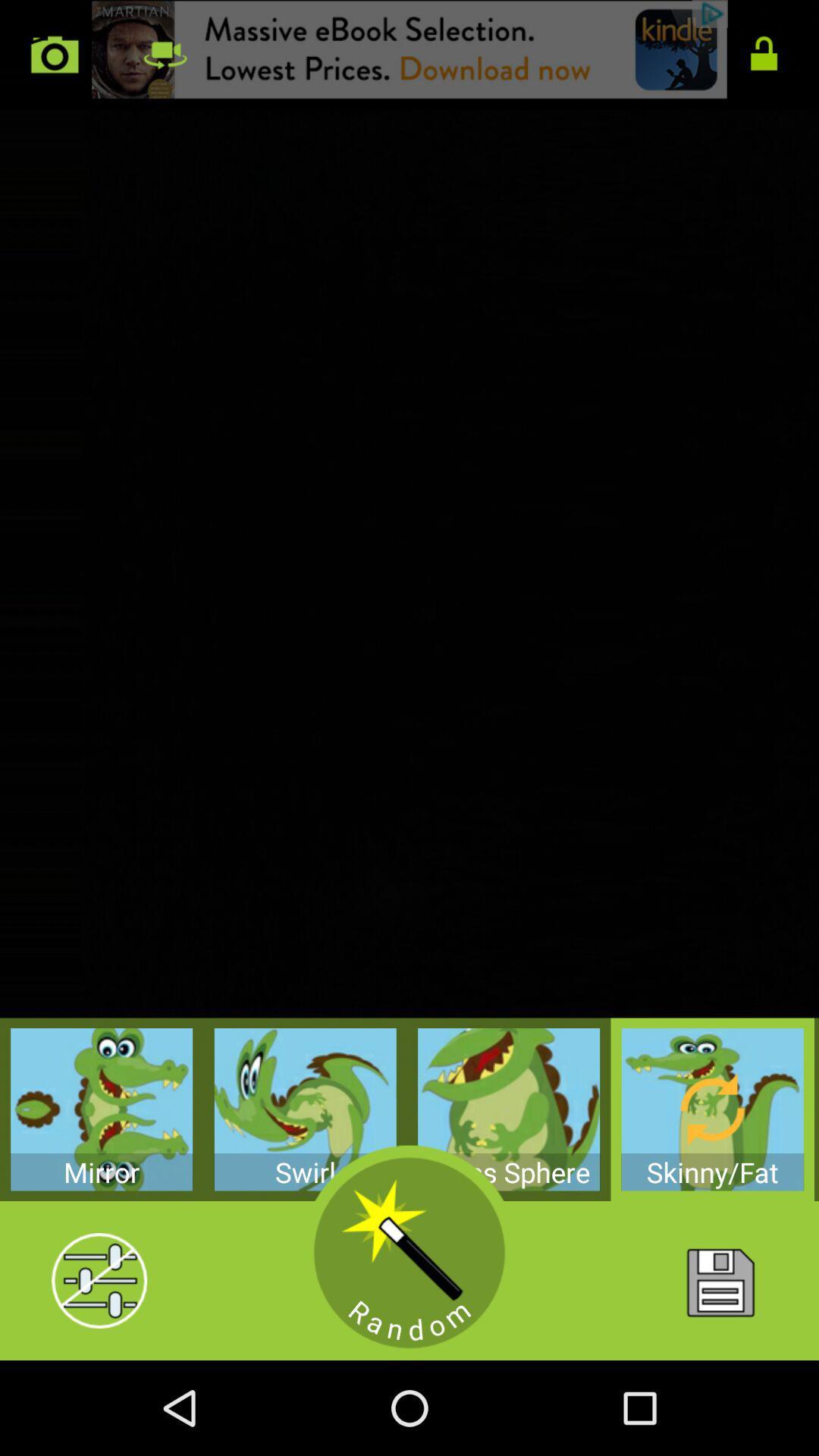 Image resolution: width=819 pixels, height=1456 pixels. I want to click on the photo icon, so click(54, 58).